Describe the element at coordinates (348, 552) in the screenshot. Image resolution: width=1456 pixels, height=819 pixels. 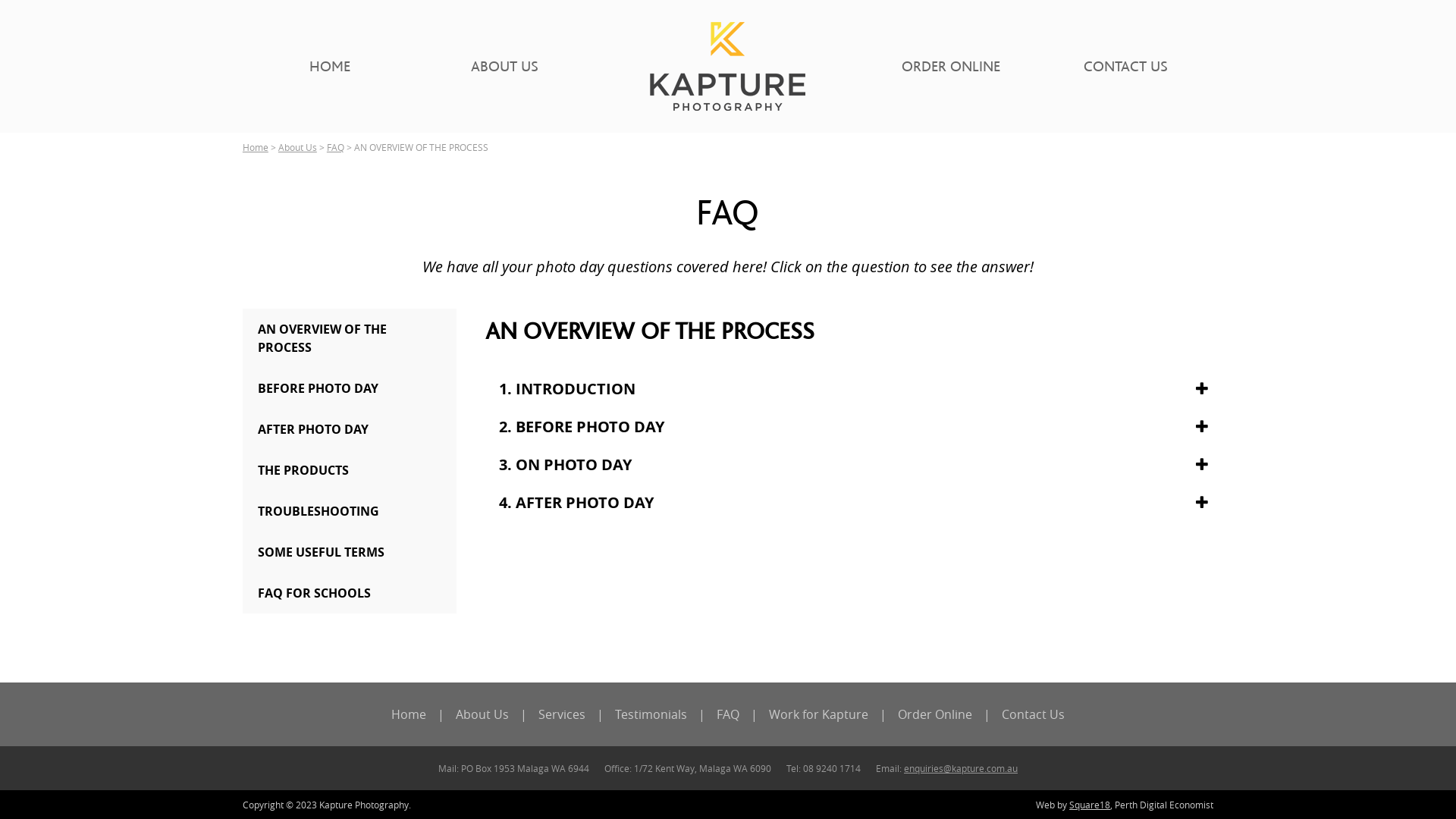
I see `'SOME USEFUL TERMS'` at that location.